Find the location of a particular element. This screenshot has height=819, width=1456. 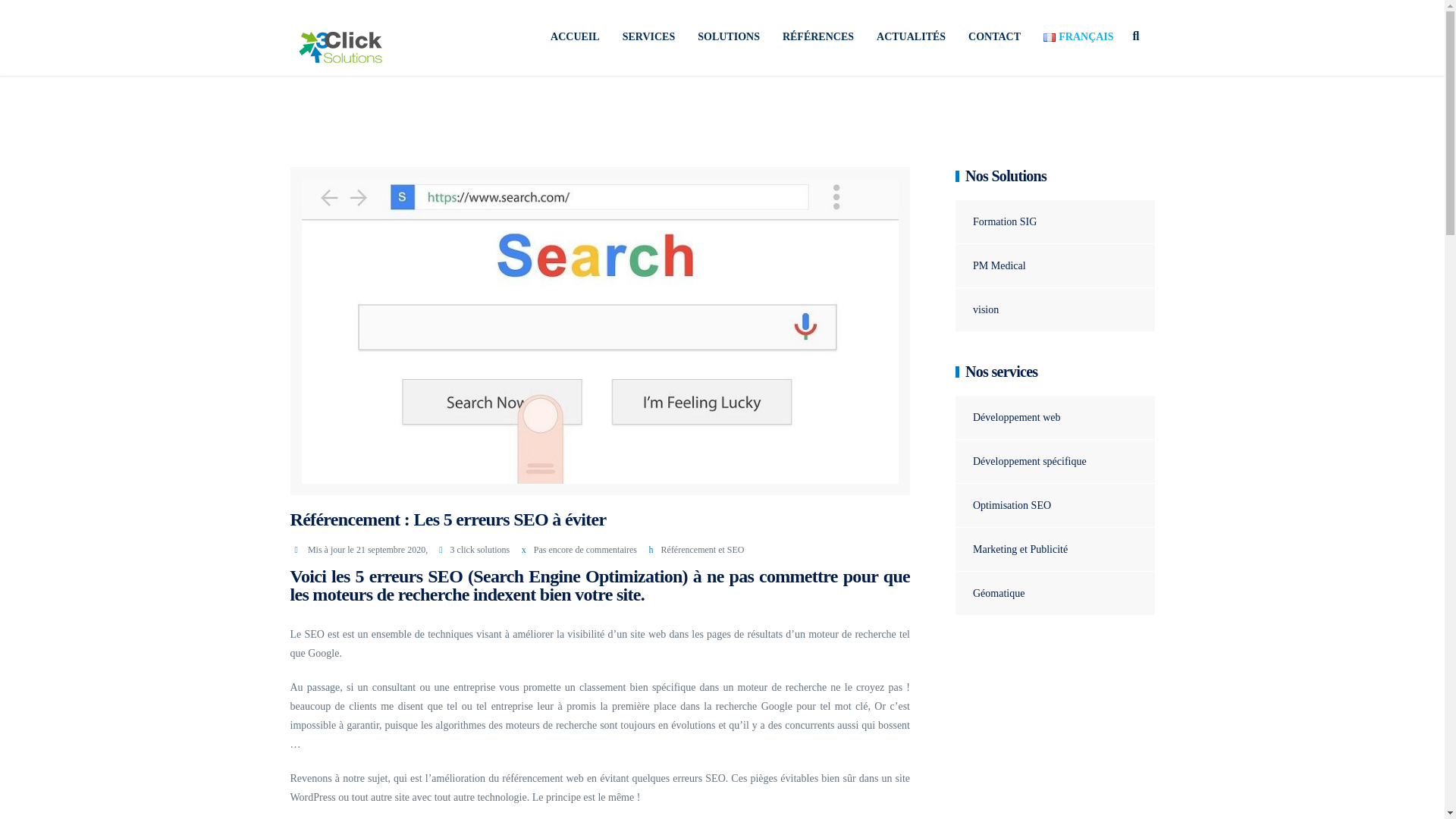

'3 click solutions' is located at coordinates (479, 550).